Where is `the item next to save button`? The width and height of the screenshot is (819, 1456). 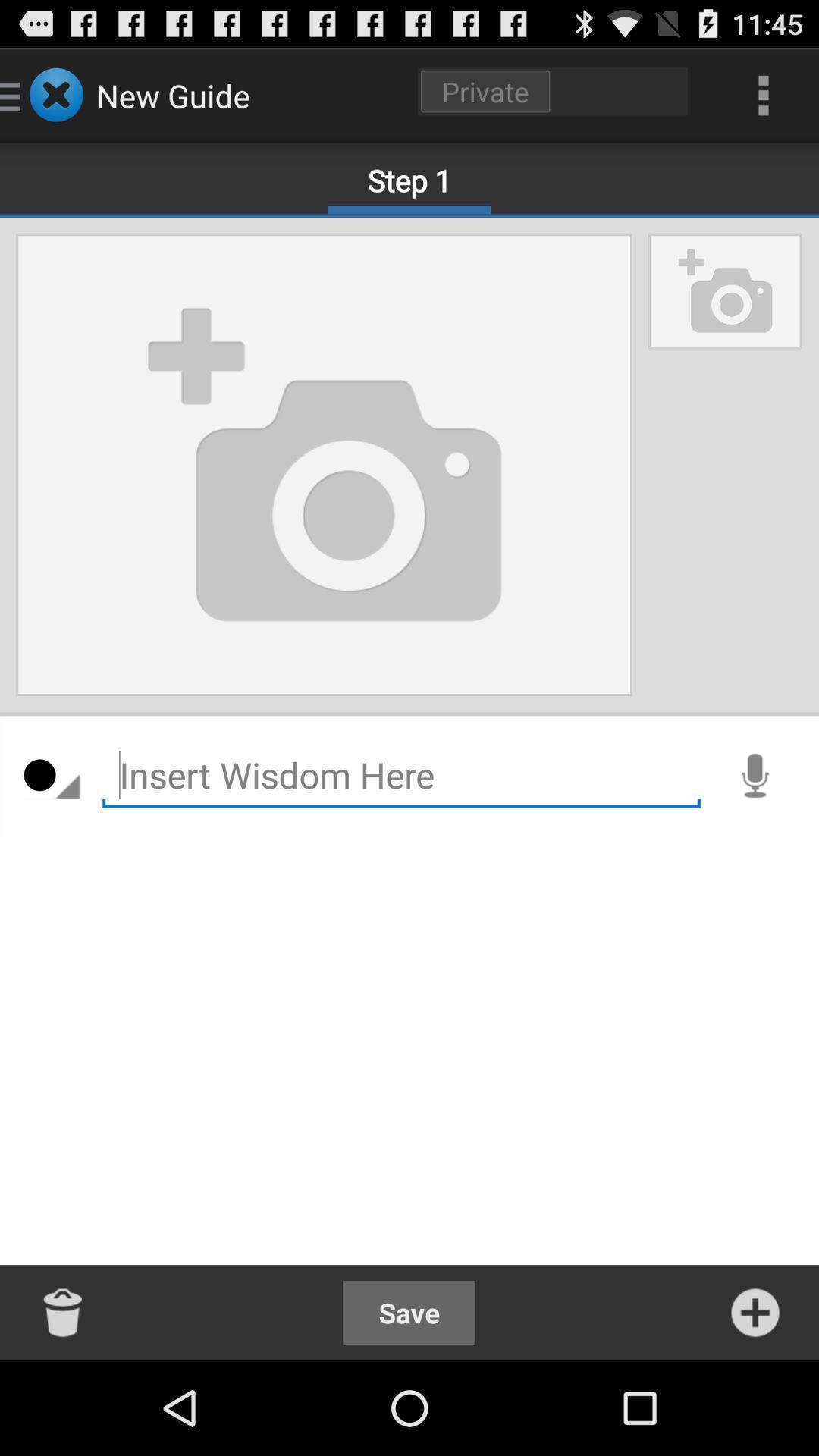 the item next to save button is located at coordinates (63, 1312).